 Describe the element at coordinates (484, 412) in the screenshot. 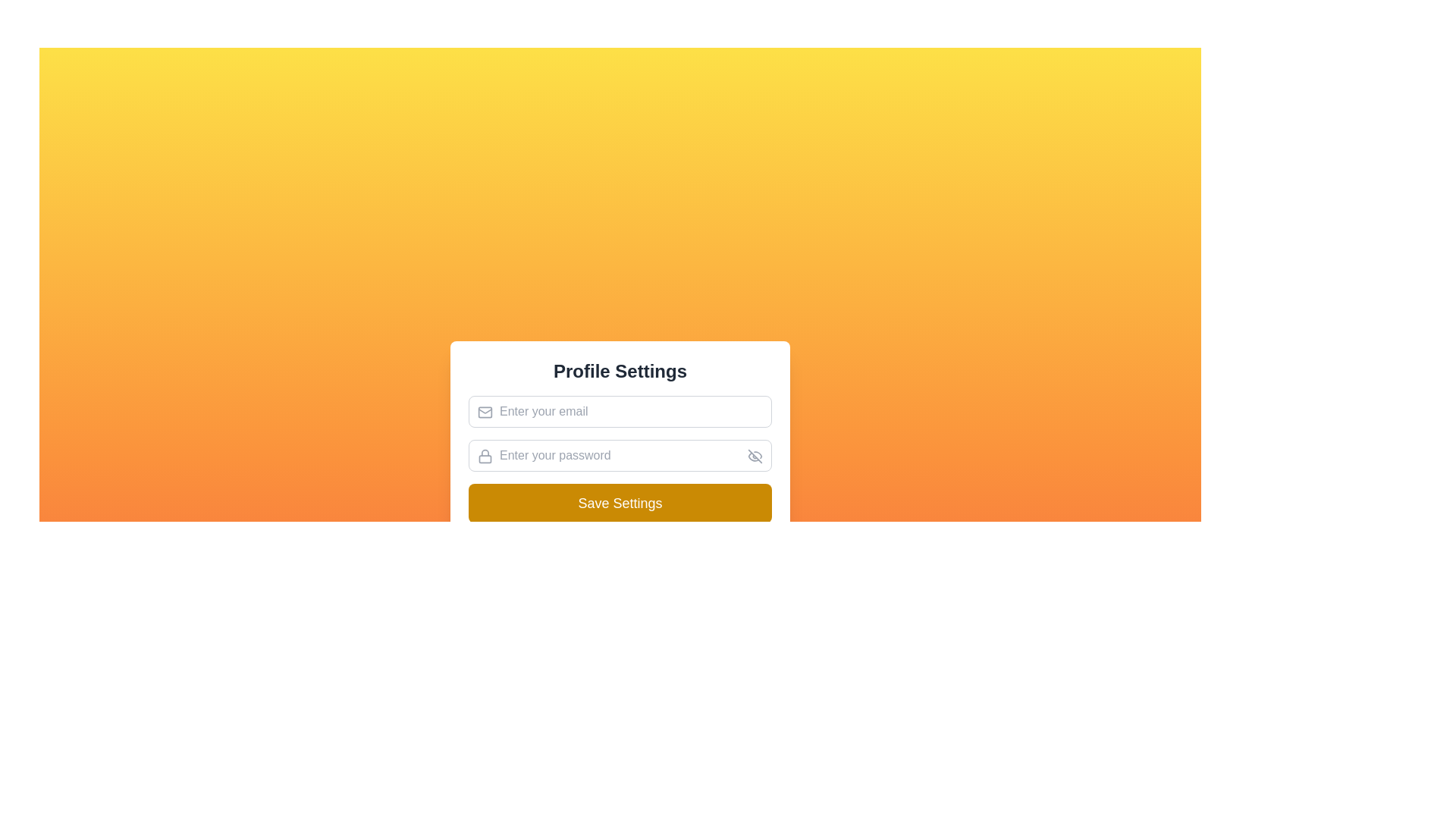

I see `the email icon, which is an outline style rectangular envelope shape with an open flap, located within the 'Enter your email' input field at the top of the settings panel` at that location.